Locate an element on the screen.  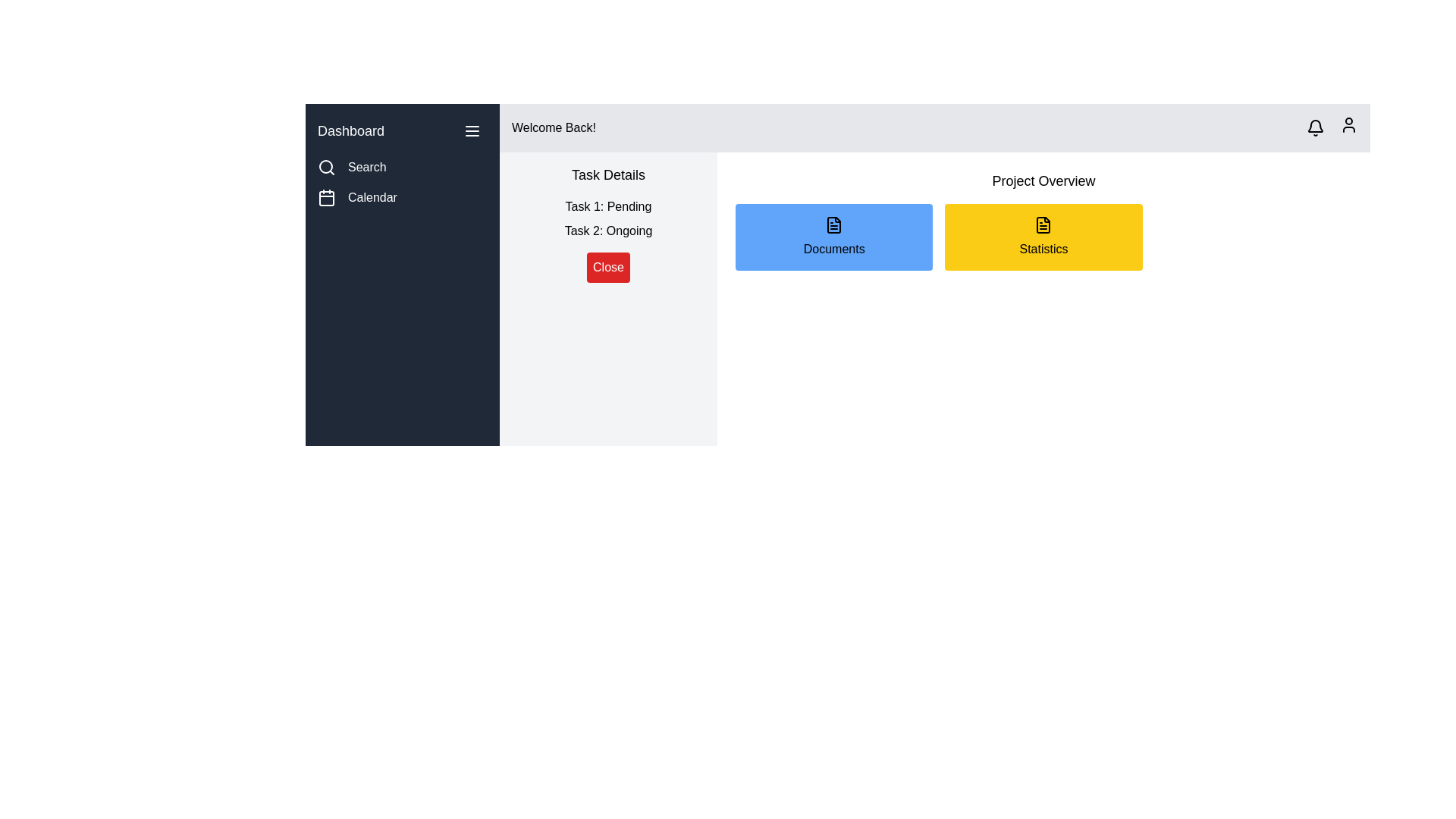
the search icon located on the left sidebar near the top, adjacent to the text 'Search' is located at coordinates (326, 167).